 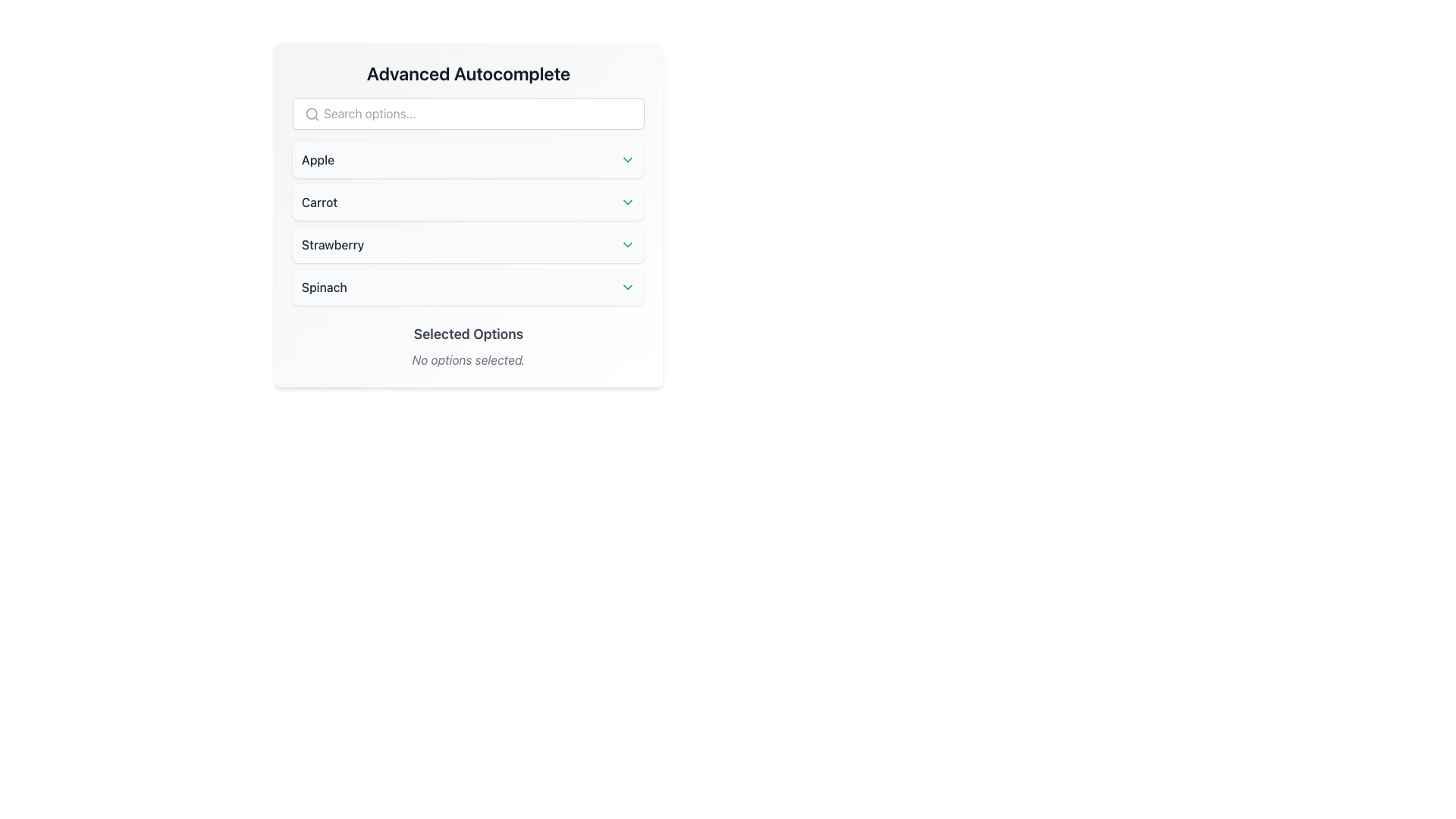 I want to click on the chevron-down icon styled in green, so click(x=628, y=244).